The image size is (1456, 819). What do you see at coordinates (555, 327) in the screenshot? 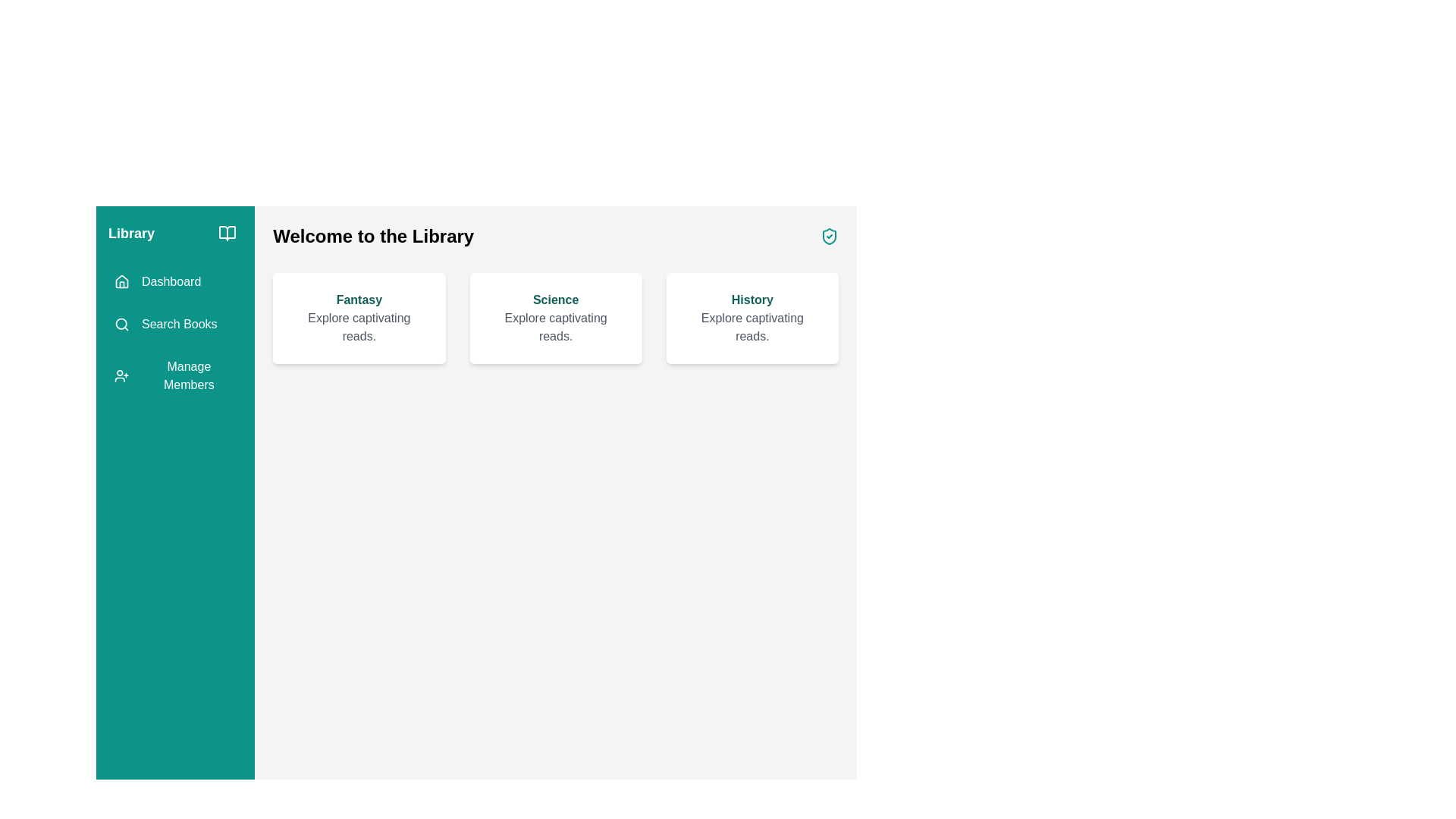
I see `the text label displaying 'Explore captivating reads.' which is centrally located below the title 'Science' in a white card layout` at bounding box center [555, 327].